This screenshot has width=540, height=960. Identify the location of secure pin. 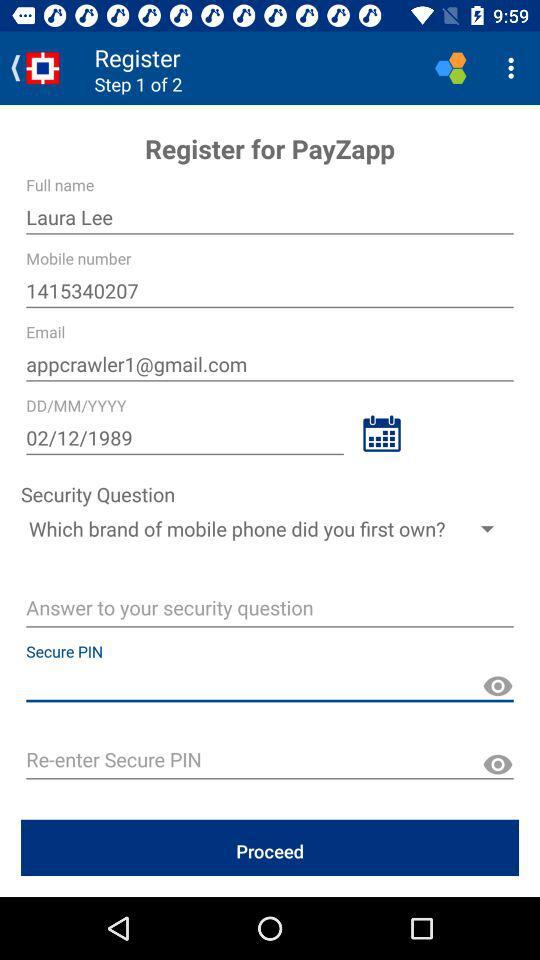
(270, 761).